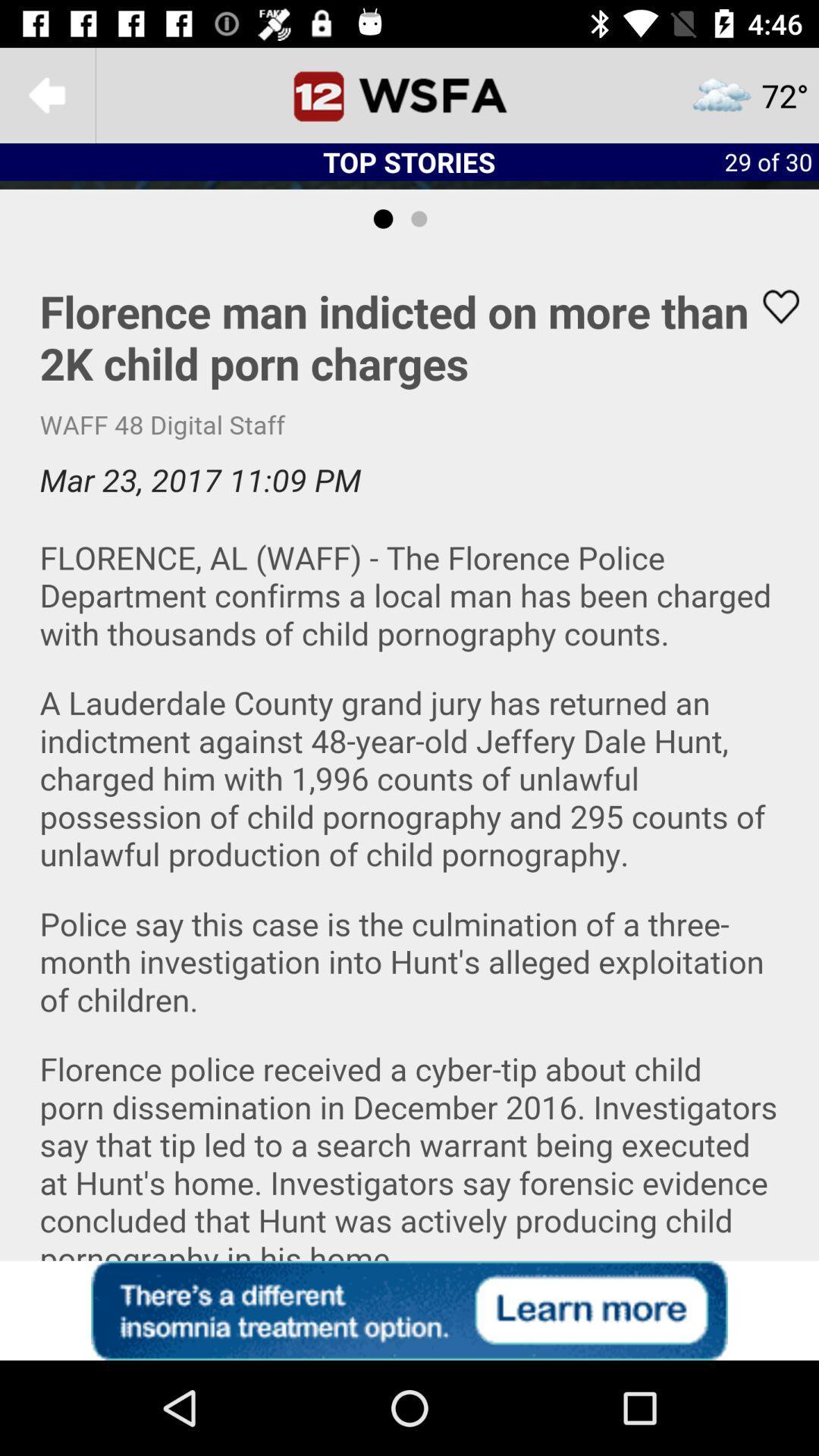 The height and width of the screenshot is (1456, 819). I want to click on the favorite icon, so click(771, 306).